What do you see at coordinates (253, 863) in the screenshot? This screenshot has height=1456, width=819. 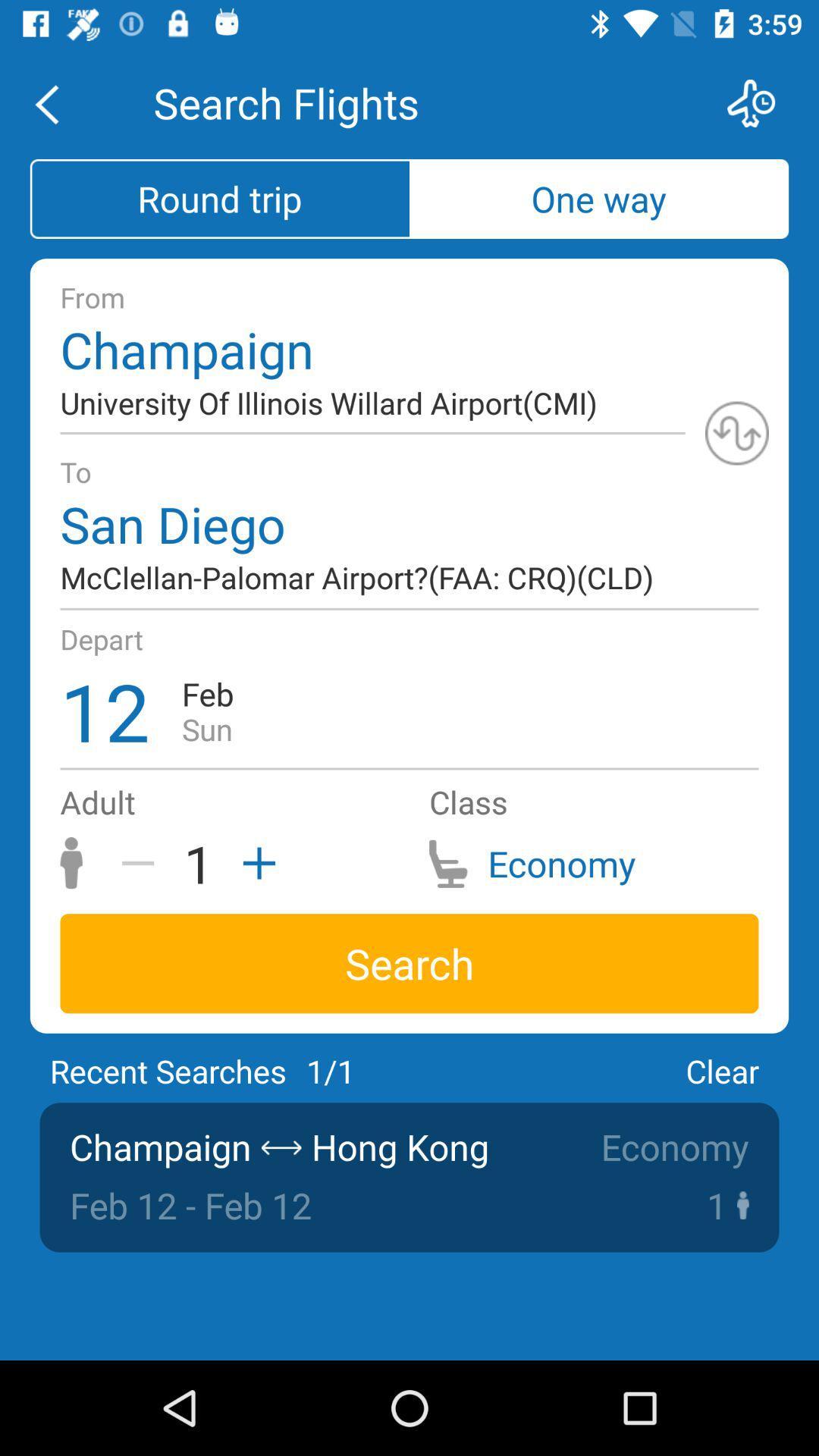 I see `icon above search icon` at bounding box center [253, 863].